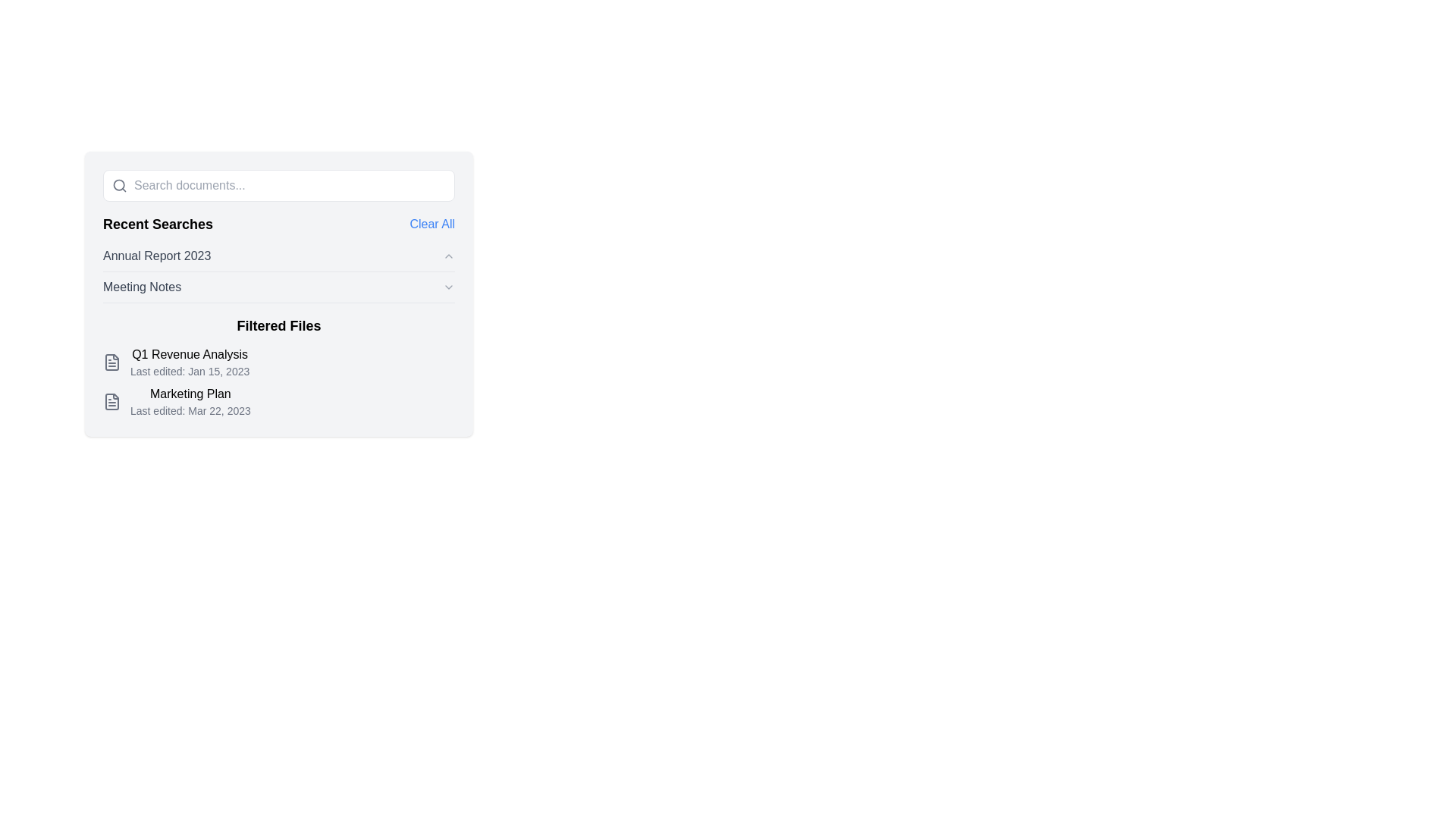 This screenshot has width=1456, height=819. What do you see at coordinates (119, 185) in the screenshot?
I see `the search icon represented by a magnifying glass symbol to focus on the search input field` at bounding box center [119, 185].